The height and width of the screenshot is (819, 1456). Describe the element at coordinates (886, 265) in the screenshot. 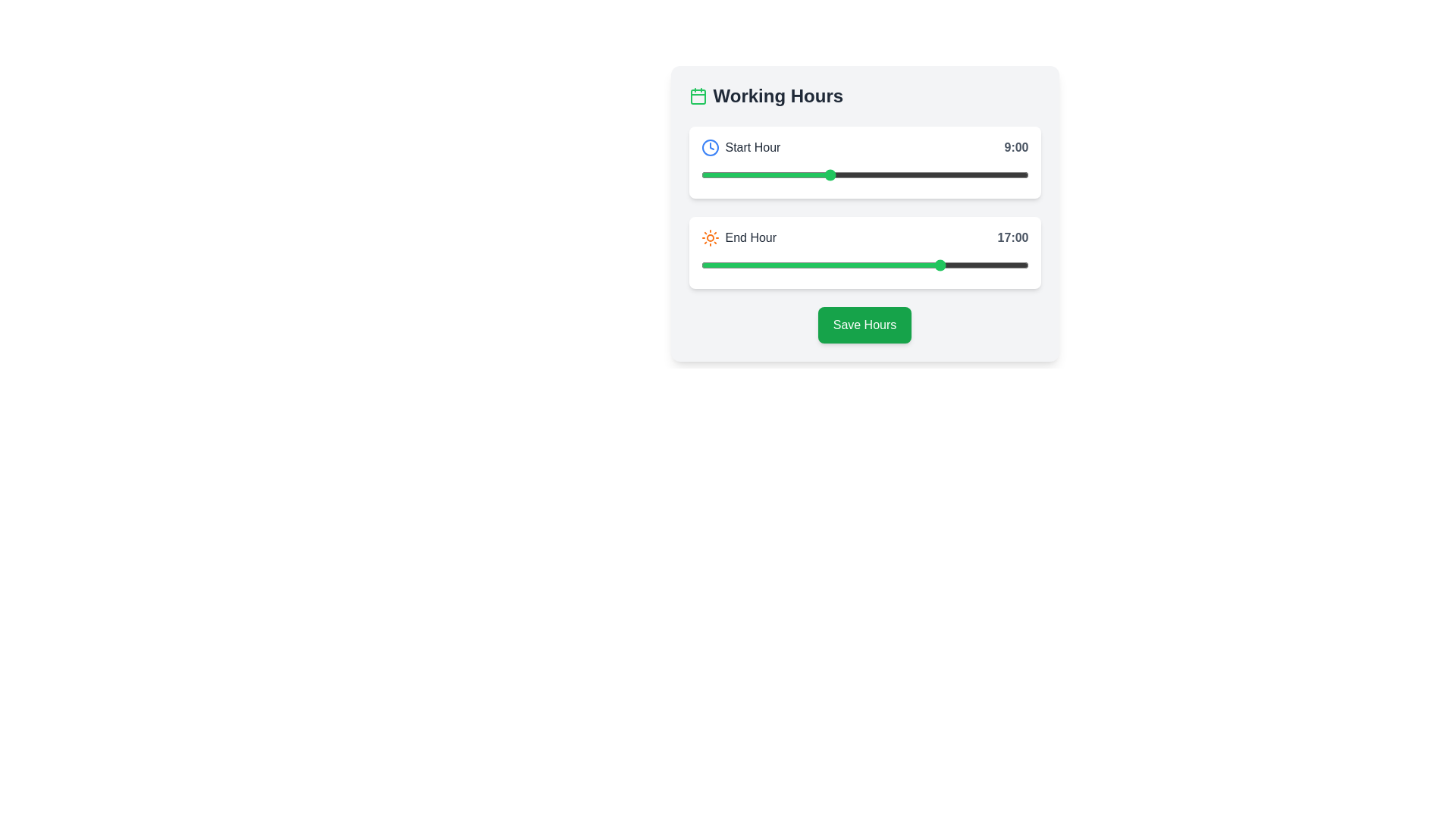

I see `the end hour` at that location.